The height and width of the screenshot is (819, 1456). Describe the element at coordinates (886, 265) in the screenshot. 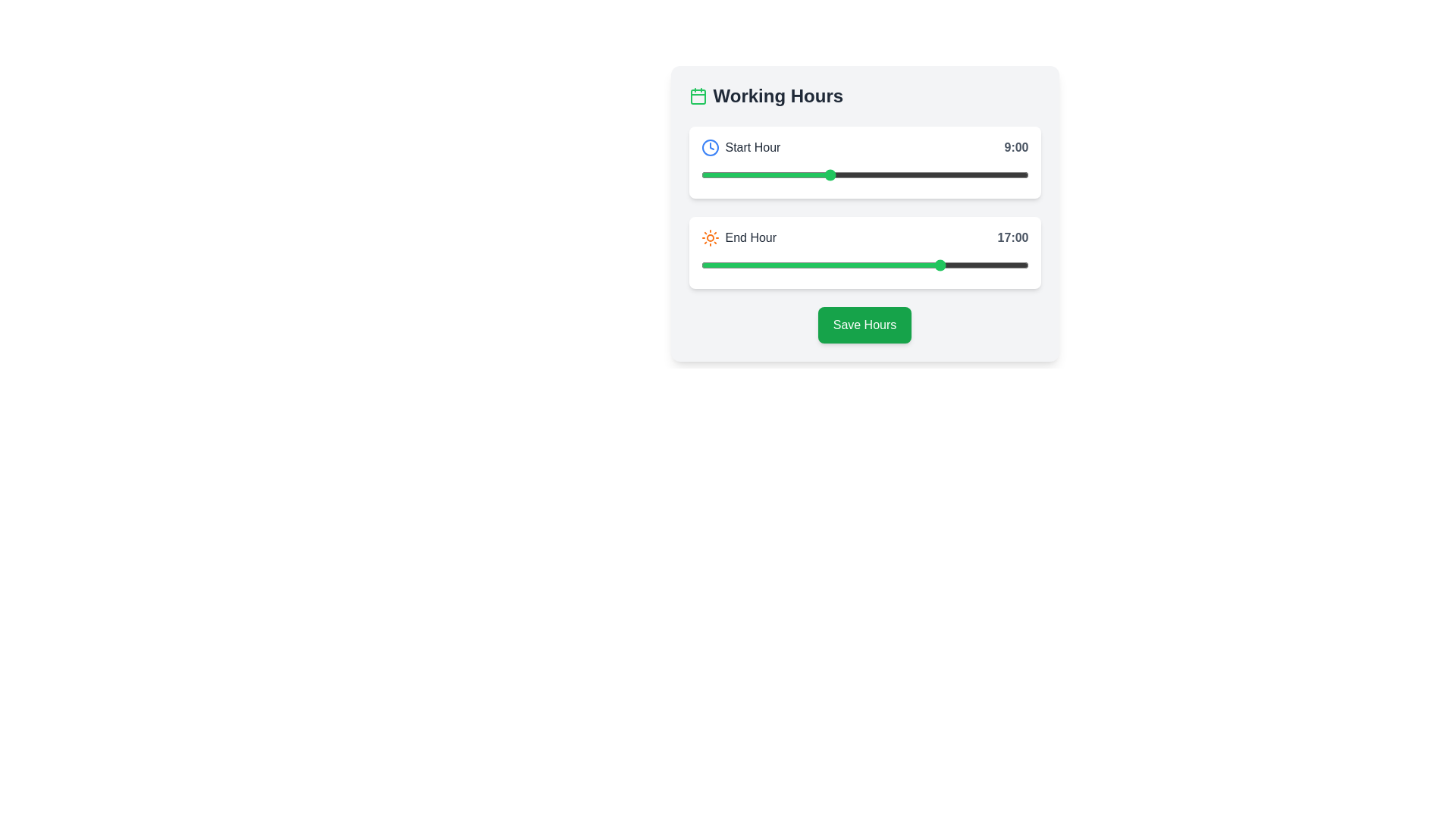

I see `the end hour` at that location.